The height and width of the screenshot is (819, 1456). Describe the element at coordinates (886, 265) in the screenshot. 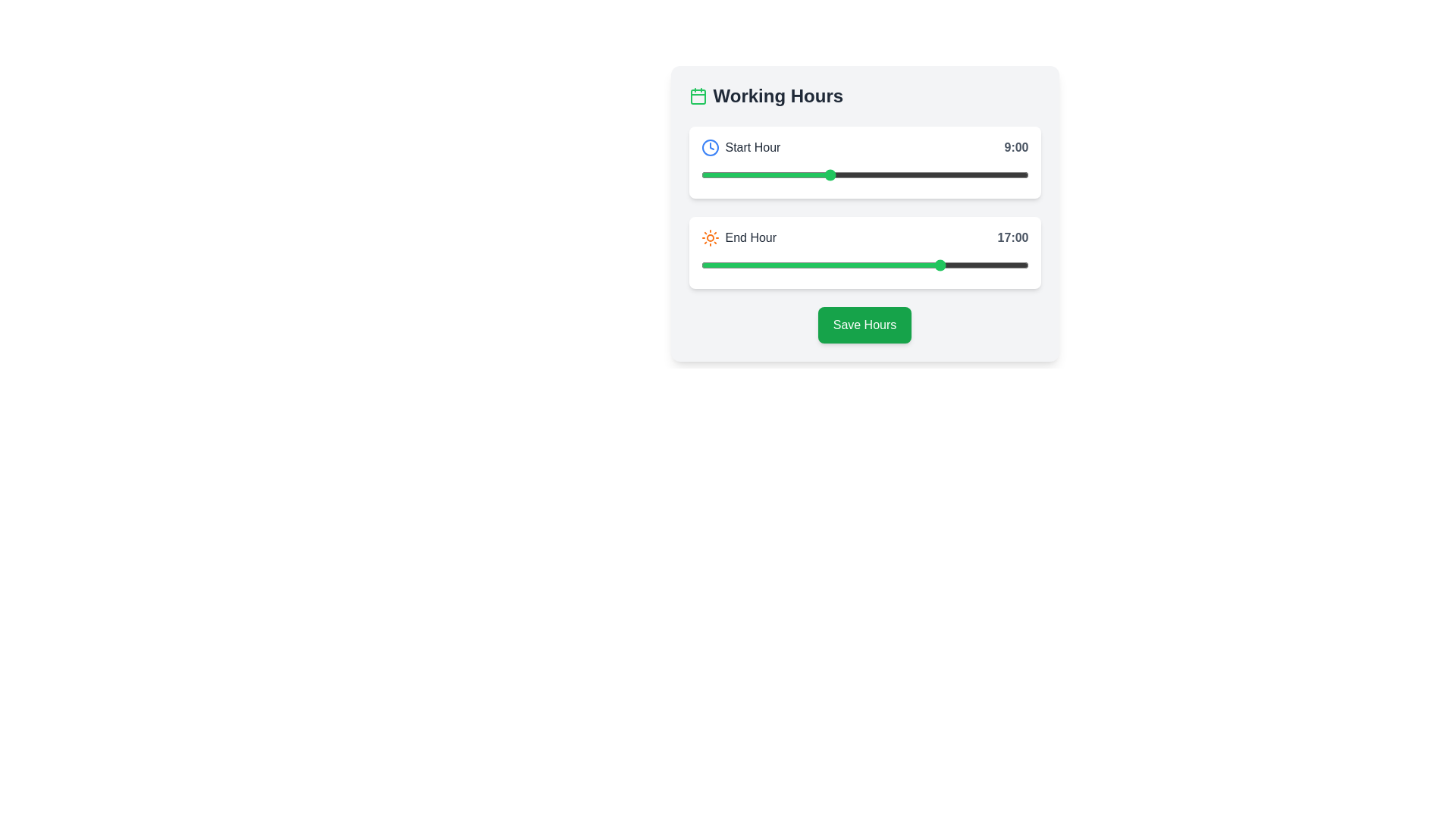

I see `the end hour` at that location.